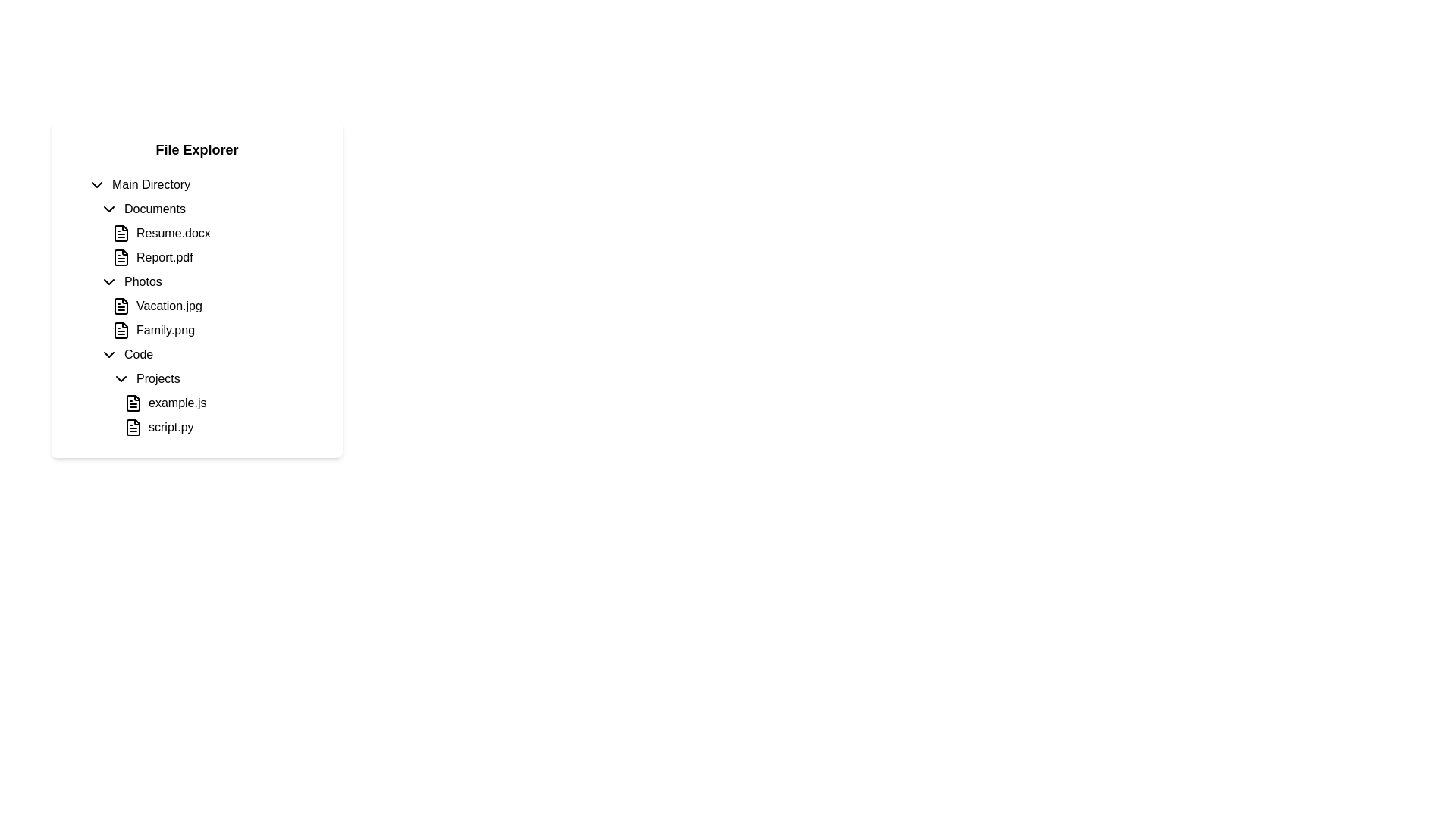 The image size is (1456, 819). I want to click on to select the file entry labeled 'Family.png', which is the second item under the 'Photos' section of the file explorer, so click(208, 329).